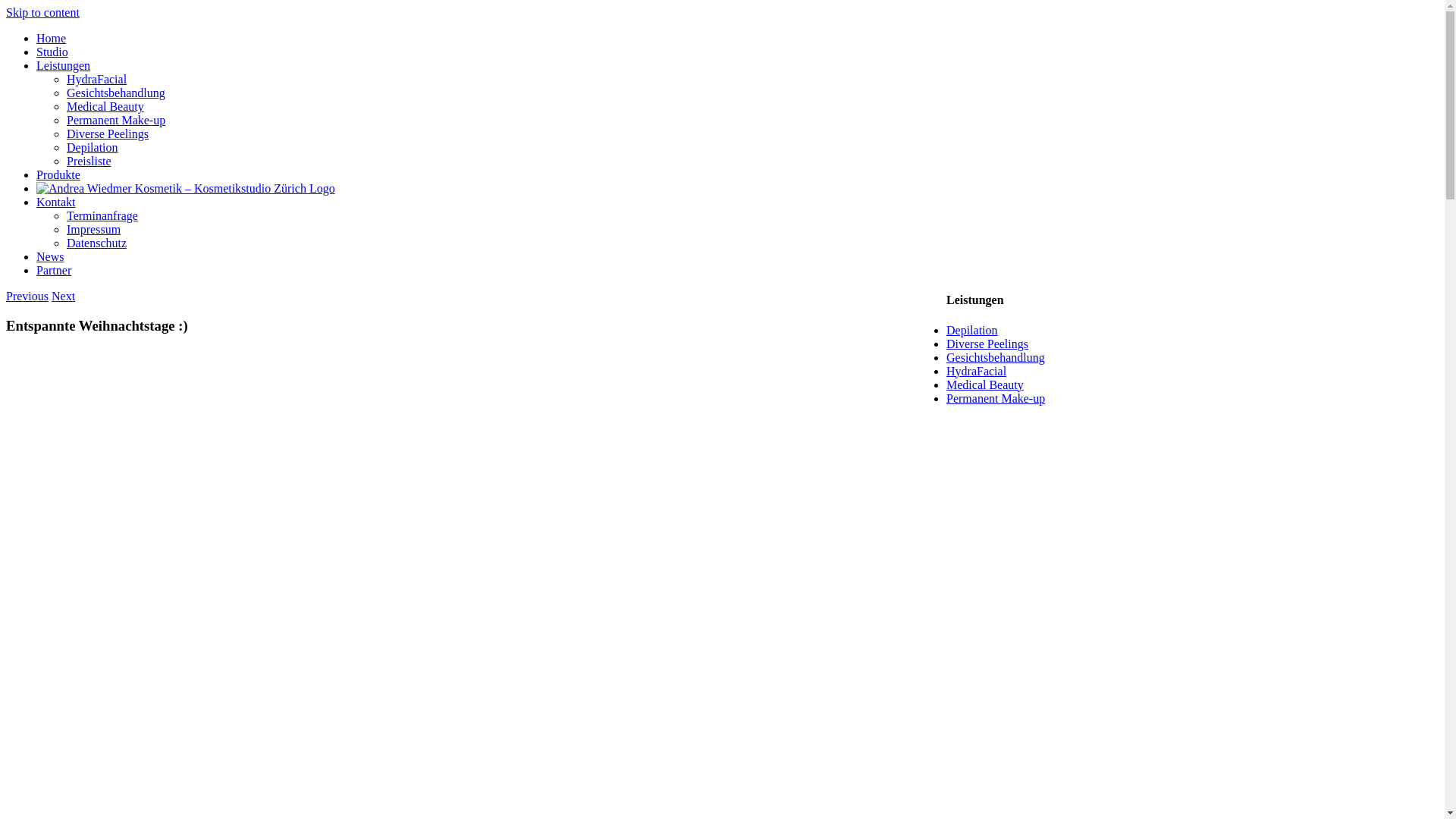  What do you see at coordinates (96, 79) in the screenshot?
I see `'HydraFacial'` at bounding box center [96, 79].